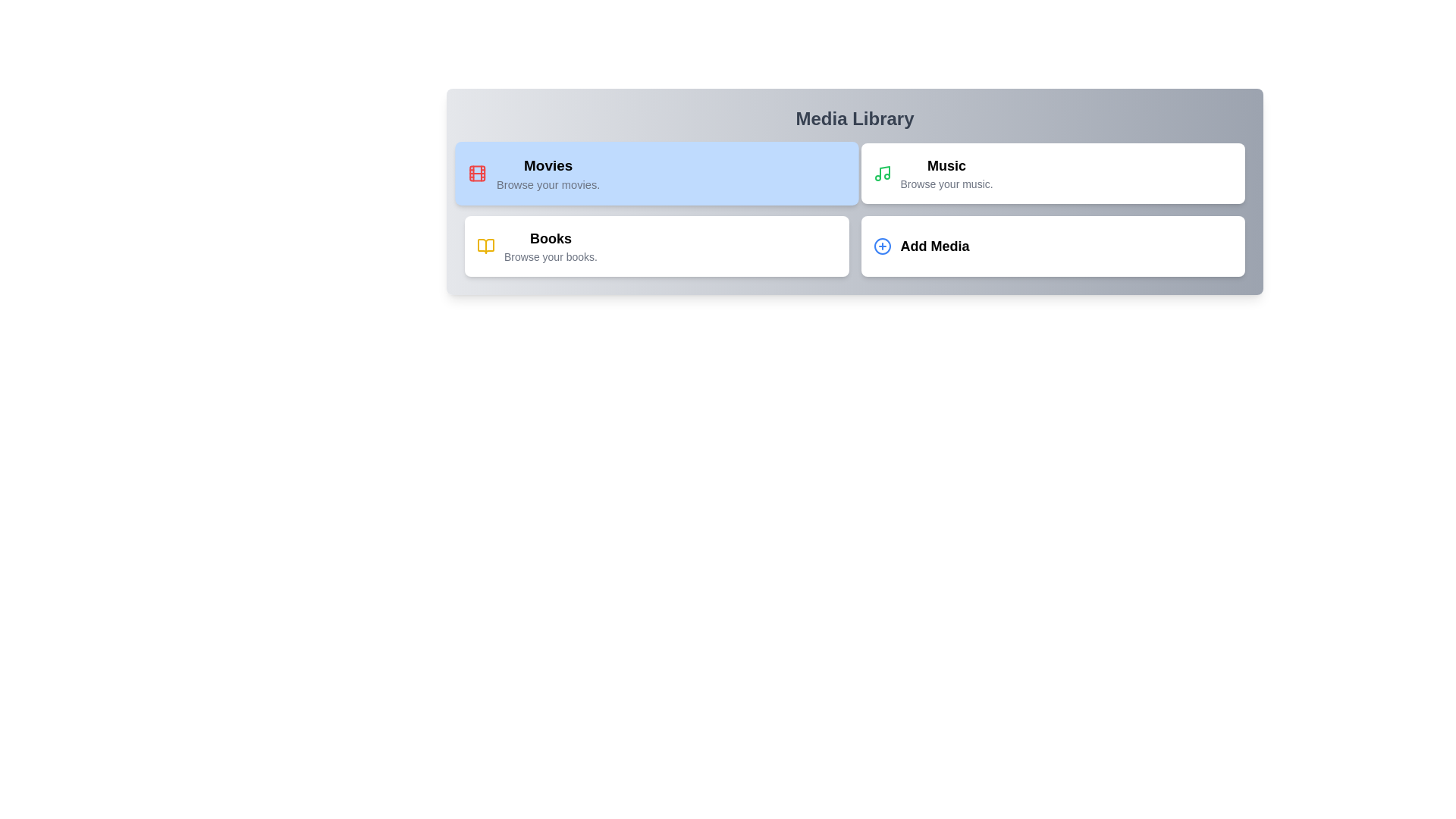  Describe the element at coordinates (656, 172) in the screenshot. I see `the category button corresponding to Movies` at that location.